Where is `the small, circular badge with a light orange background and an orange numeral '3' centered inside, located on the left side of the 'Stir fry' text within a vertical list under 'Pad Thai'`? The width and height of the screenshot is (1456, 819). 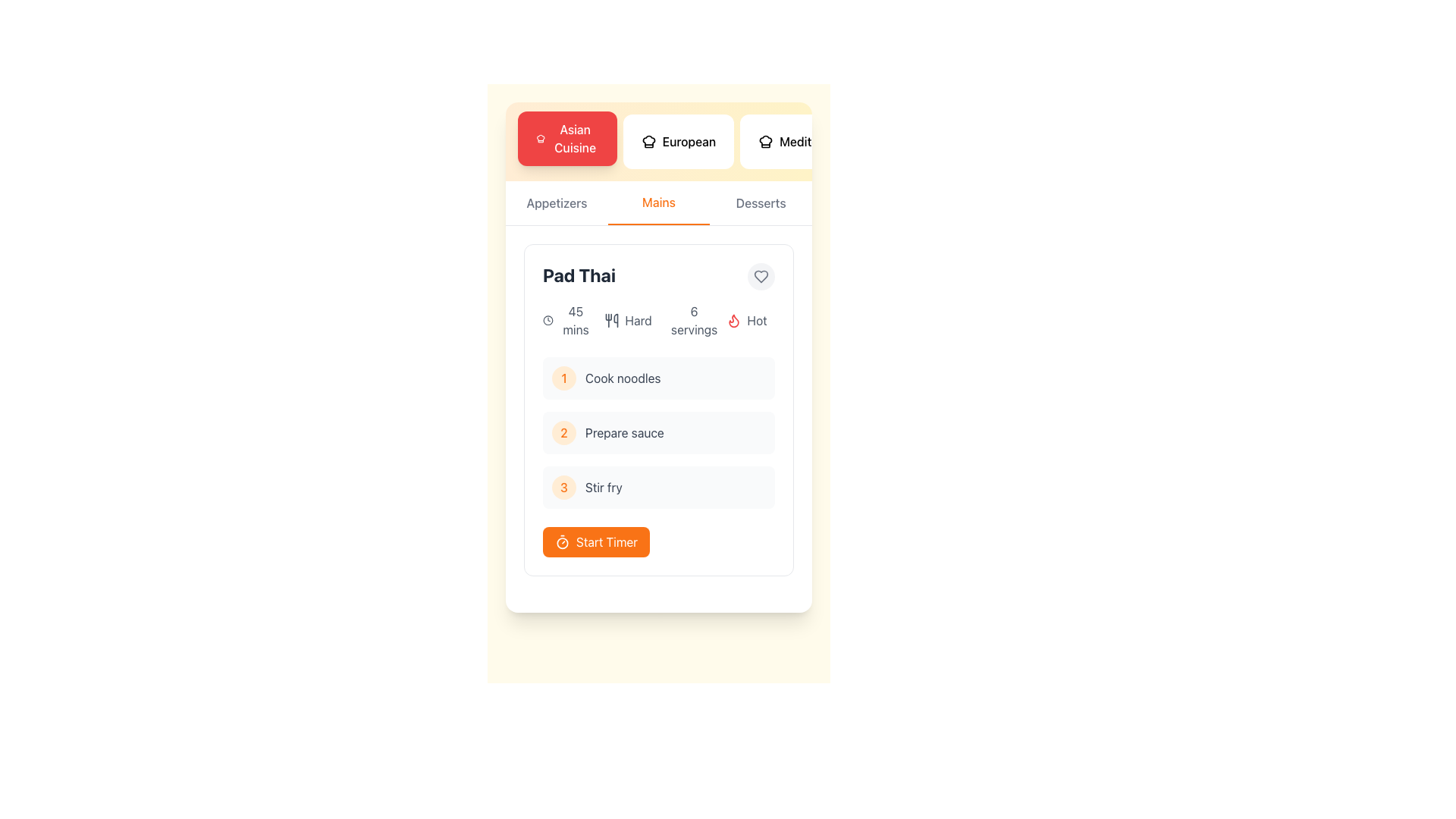 the small, circular badge with a light orange background and an orange numeral '3' centered inside, located on the left side of the 'Stir fry' text within a vertical list under 'Pad Thai' is located at coordinates (563, 488).